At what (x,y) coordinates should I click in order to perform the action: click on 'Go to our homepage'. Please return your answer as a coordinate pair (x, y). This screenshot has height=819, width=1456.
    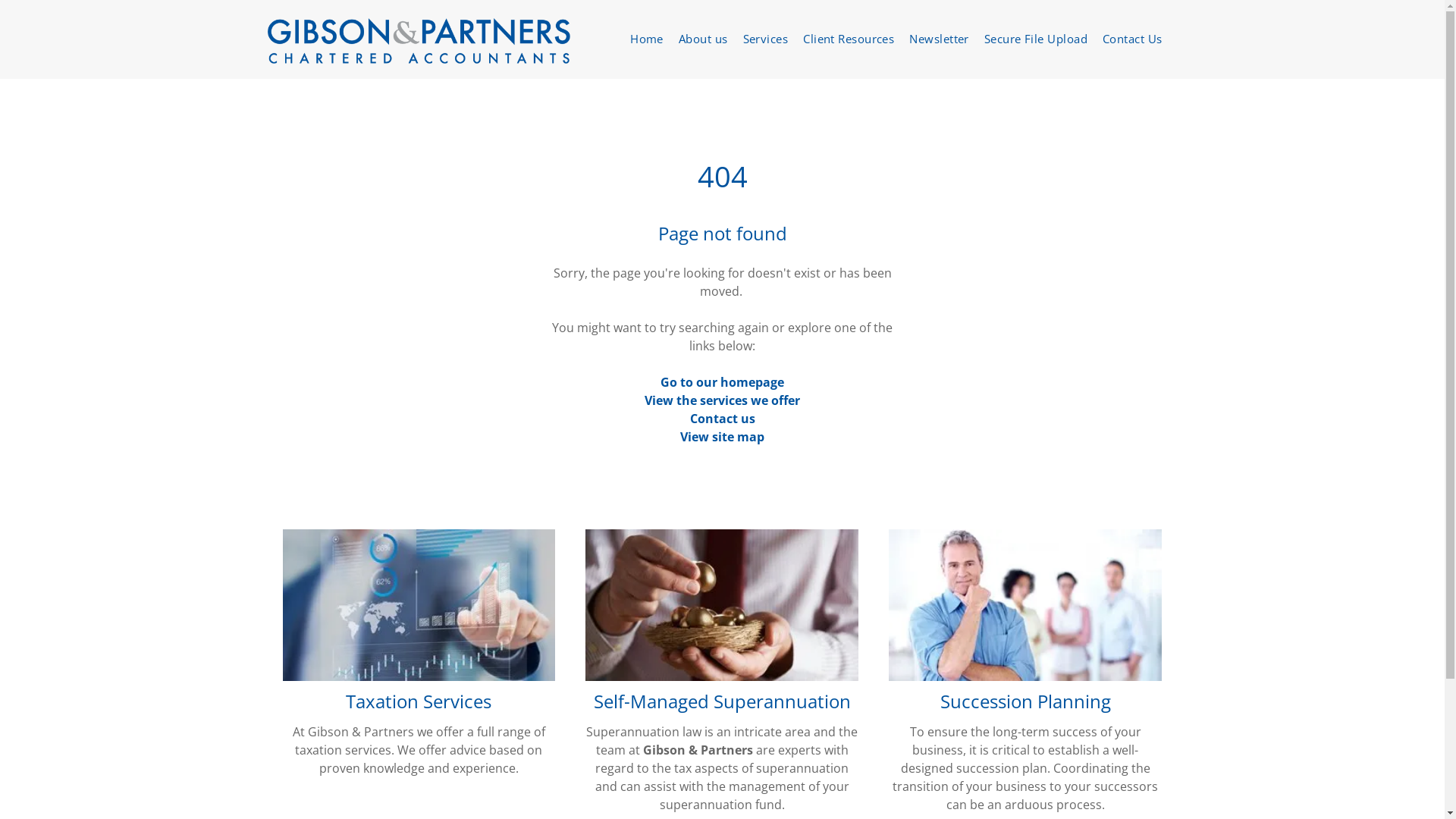
    Looking at the image, I should click on (721, 381).